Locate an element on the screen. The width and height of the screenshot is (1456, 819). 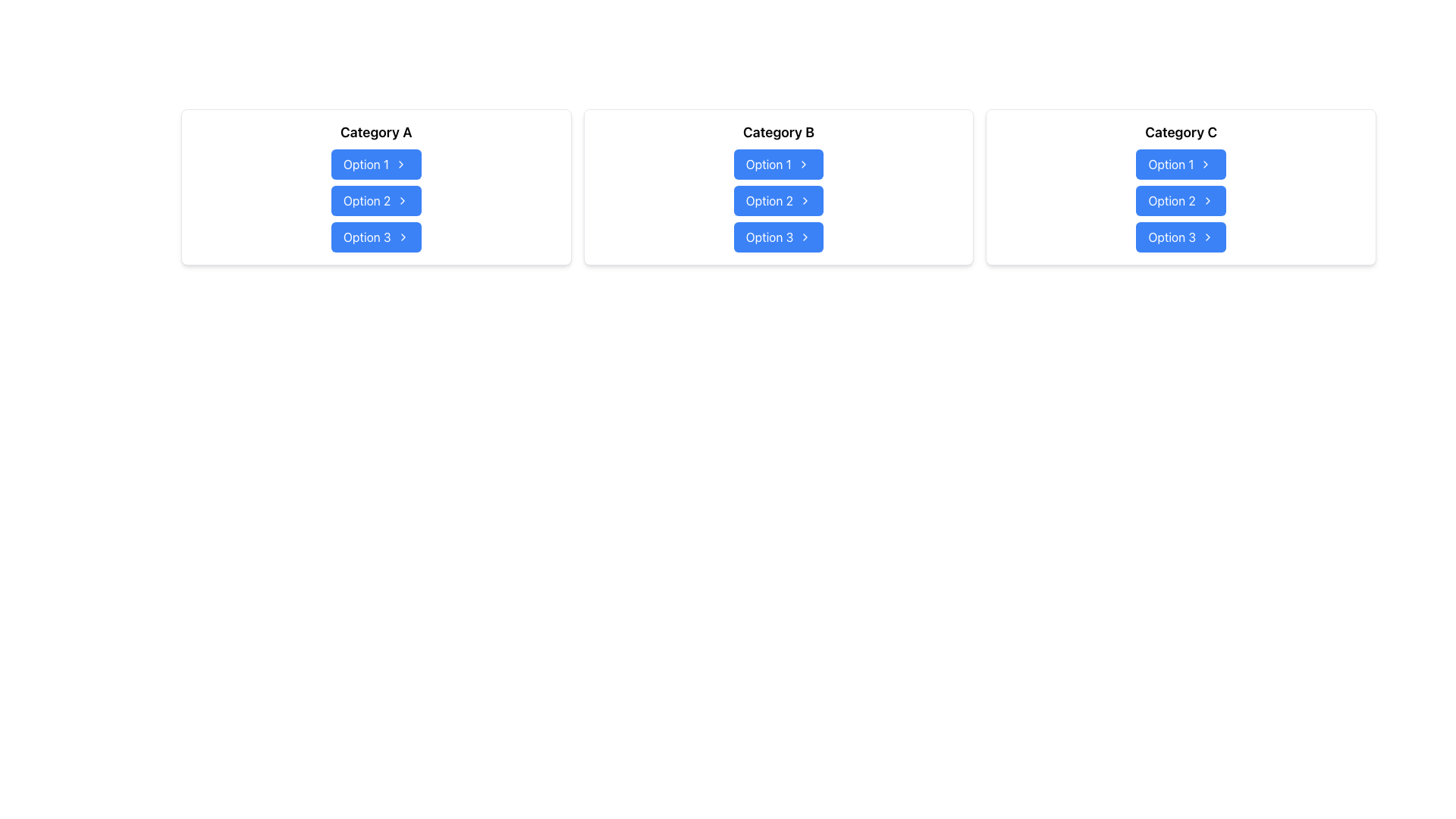
keyboard navigation is located at coordinates (779, 237).